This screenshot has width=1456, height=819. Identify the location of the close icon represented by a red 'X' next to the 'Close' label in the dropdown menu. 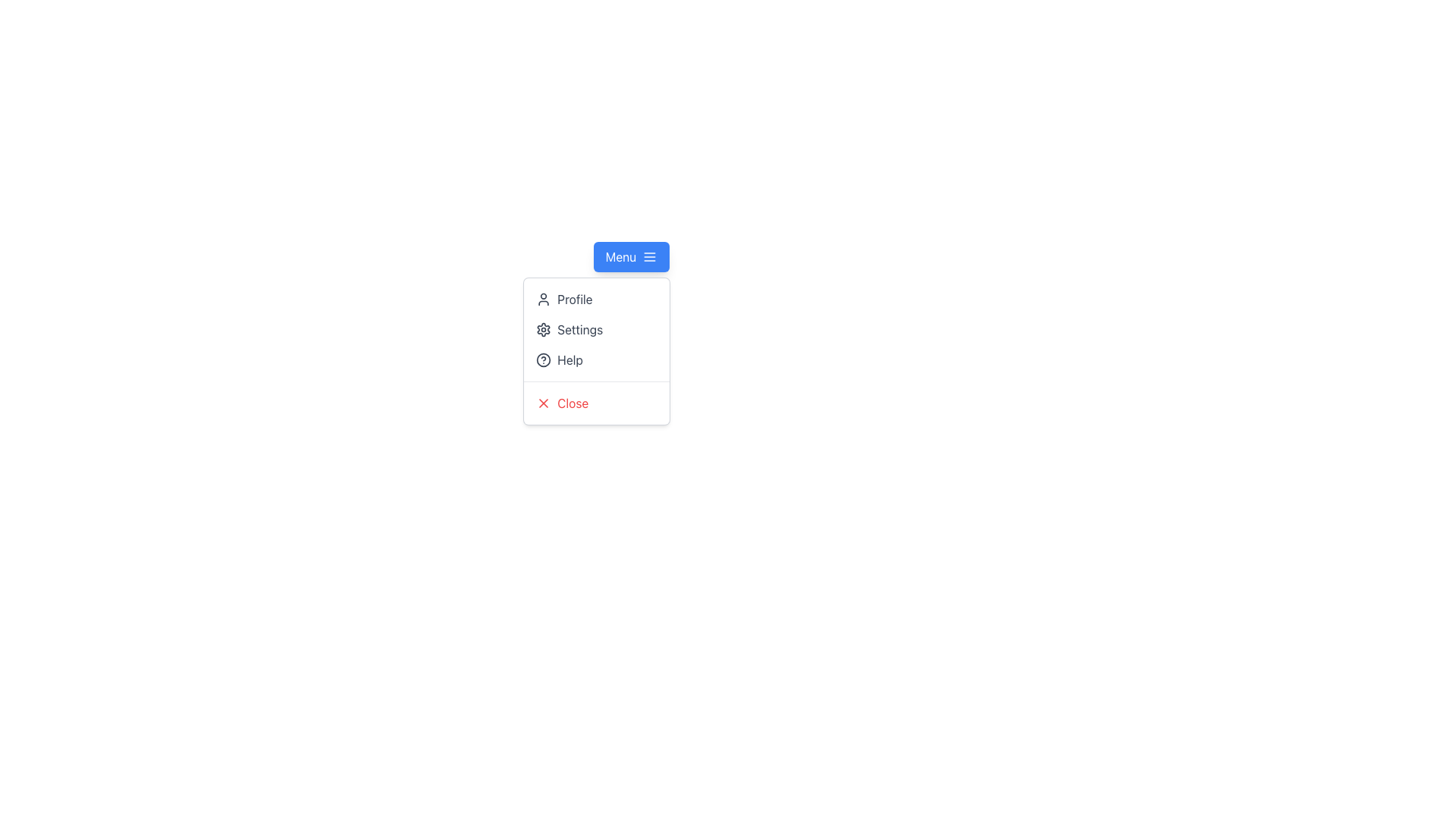
(544, 403).